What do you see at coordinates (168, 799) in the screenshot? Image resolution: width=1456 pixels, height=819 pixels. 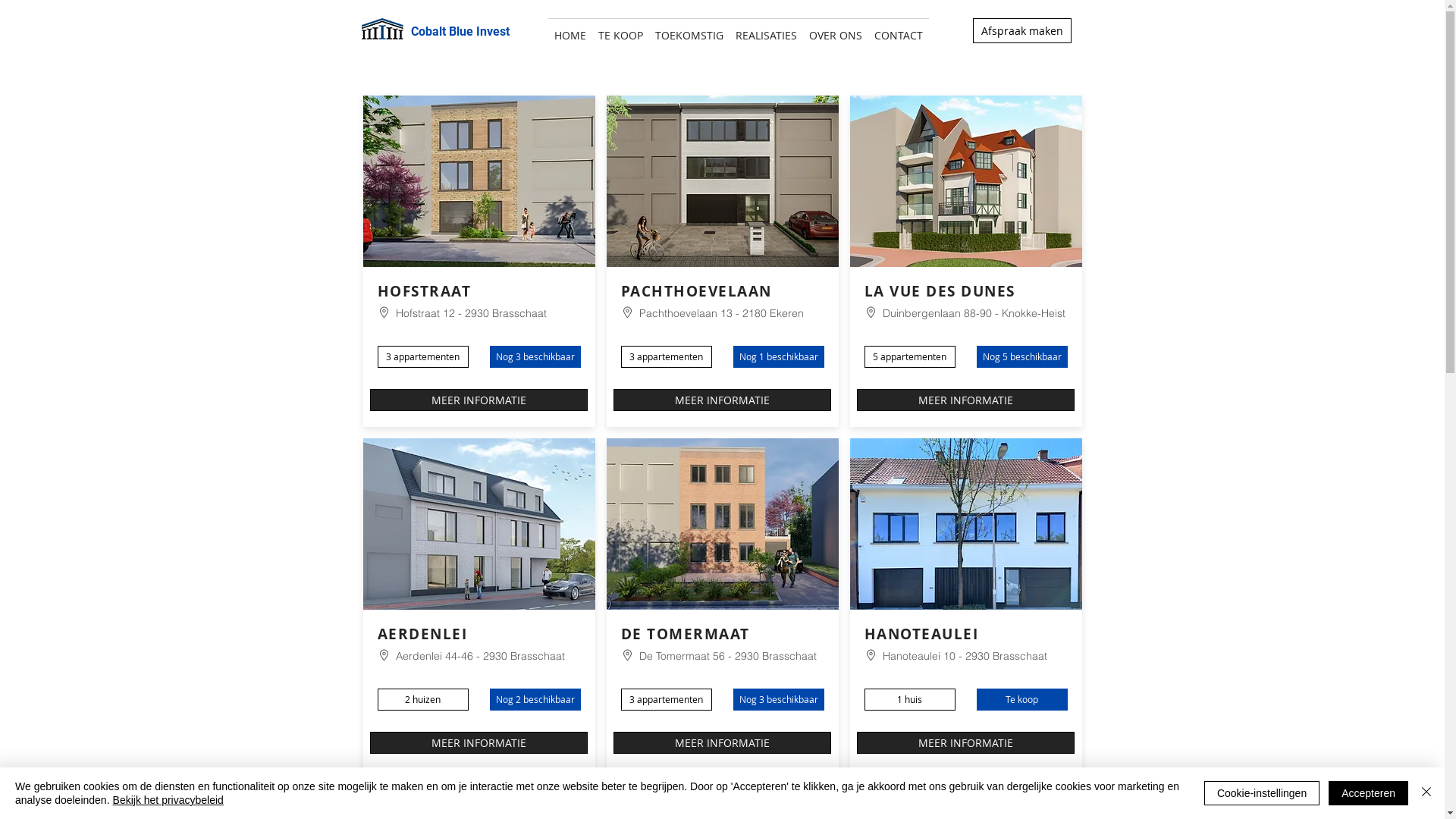 I see `'Bekijk het privacybeleid'` at bounding box center [168, 799].